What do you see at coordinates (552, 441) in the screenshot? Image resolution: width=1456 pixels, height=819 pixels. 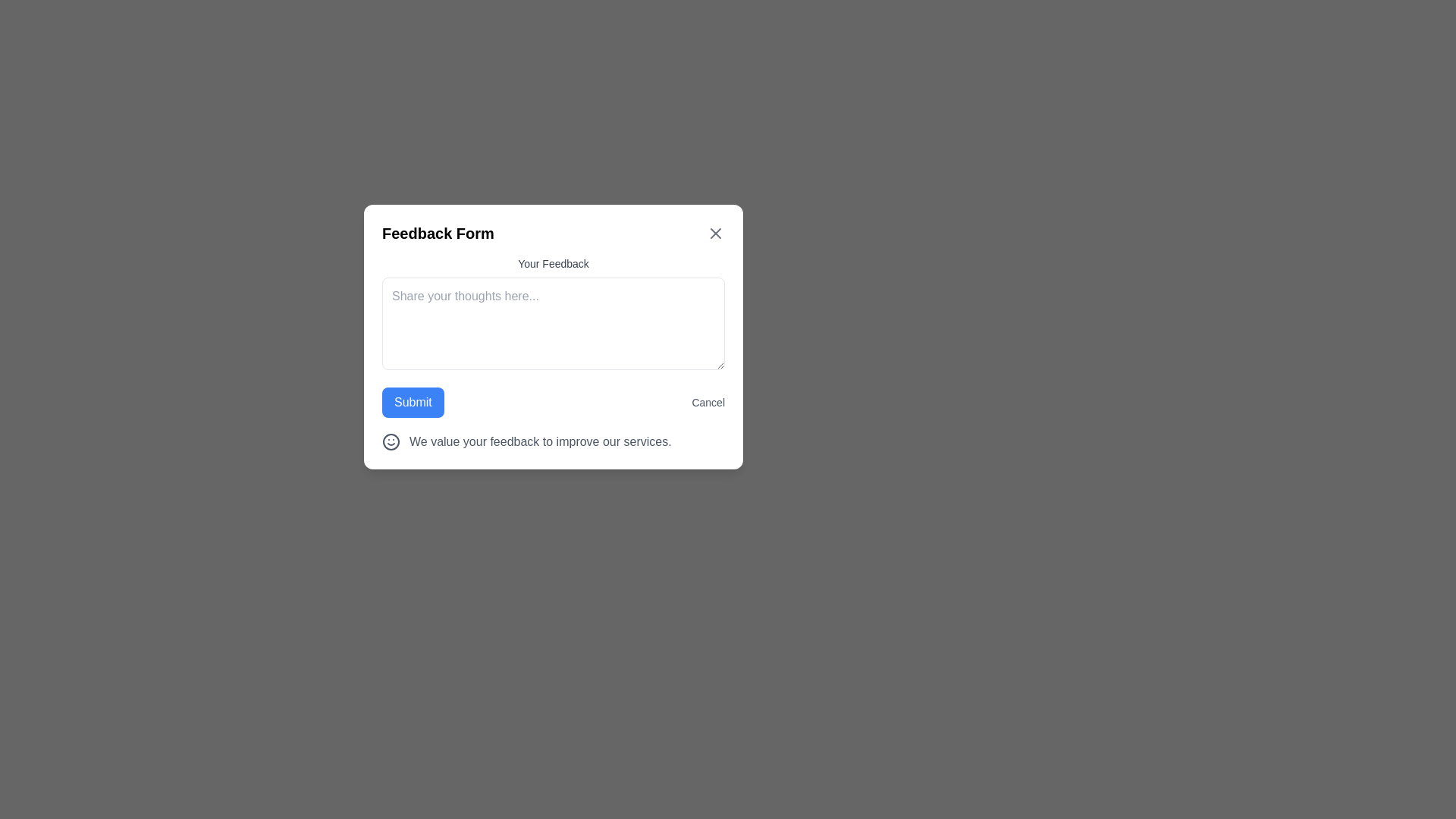 I see `the label that states 'We value your feedback to improve our services.' which is located below the submission button in the 'Feedback Form' modal` at bounding box center [552, 441].